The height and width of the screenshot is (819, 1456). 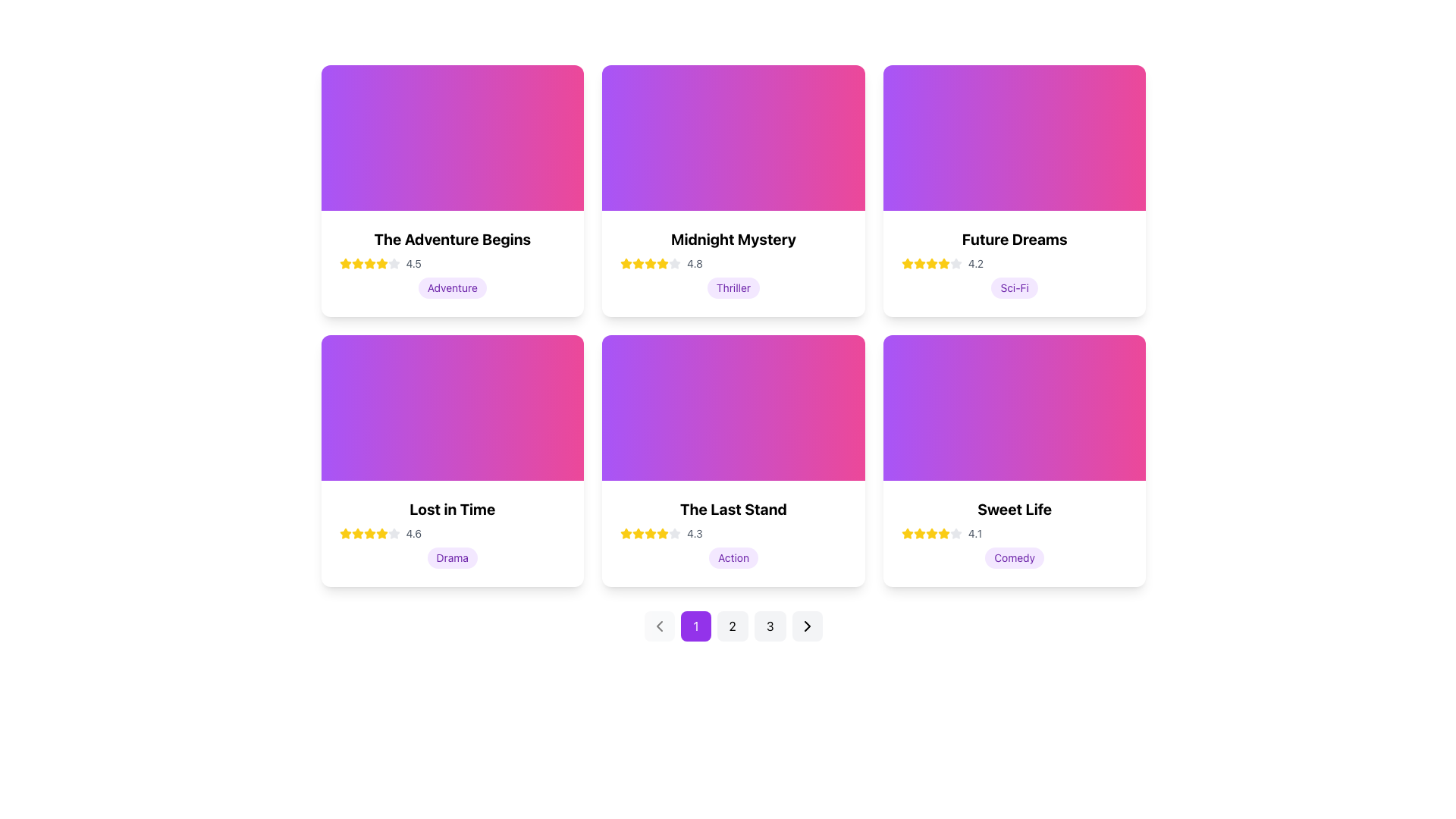 What do you see at coordinates (918, 533) in the screenshot?
I see `the third filled yellow star icon in the rating component of the 'Sweet Life' card, which indicates a 4.1 rating` at bounding box center [918, 533].